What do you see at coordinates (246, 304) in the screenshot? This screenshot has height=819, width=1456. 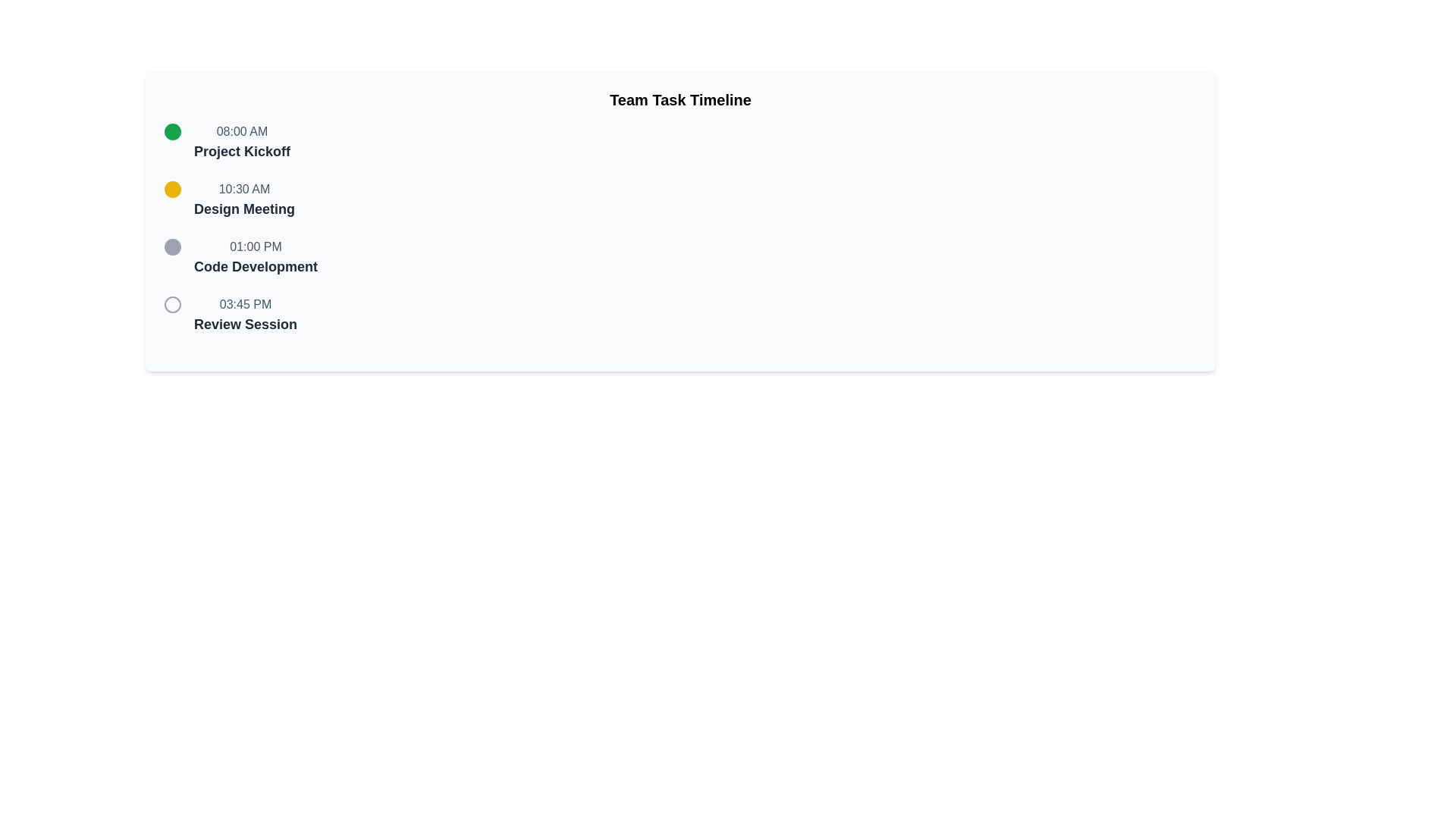 I see `the static text element displaying the time label '03:45 PM', which is styled in gray and positioned above the 'Review Session' label` at bounding box center [246, 304].